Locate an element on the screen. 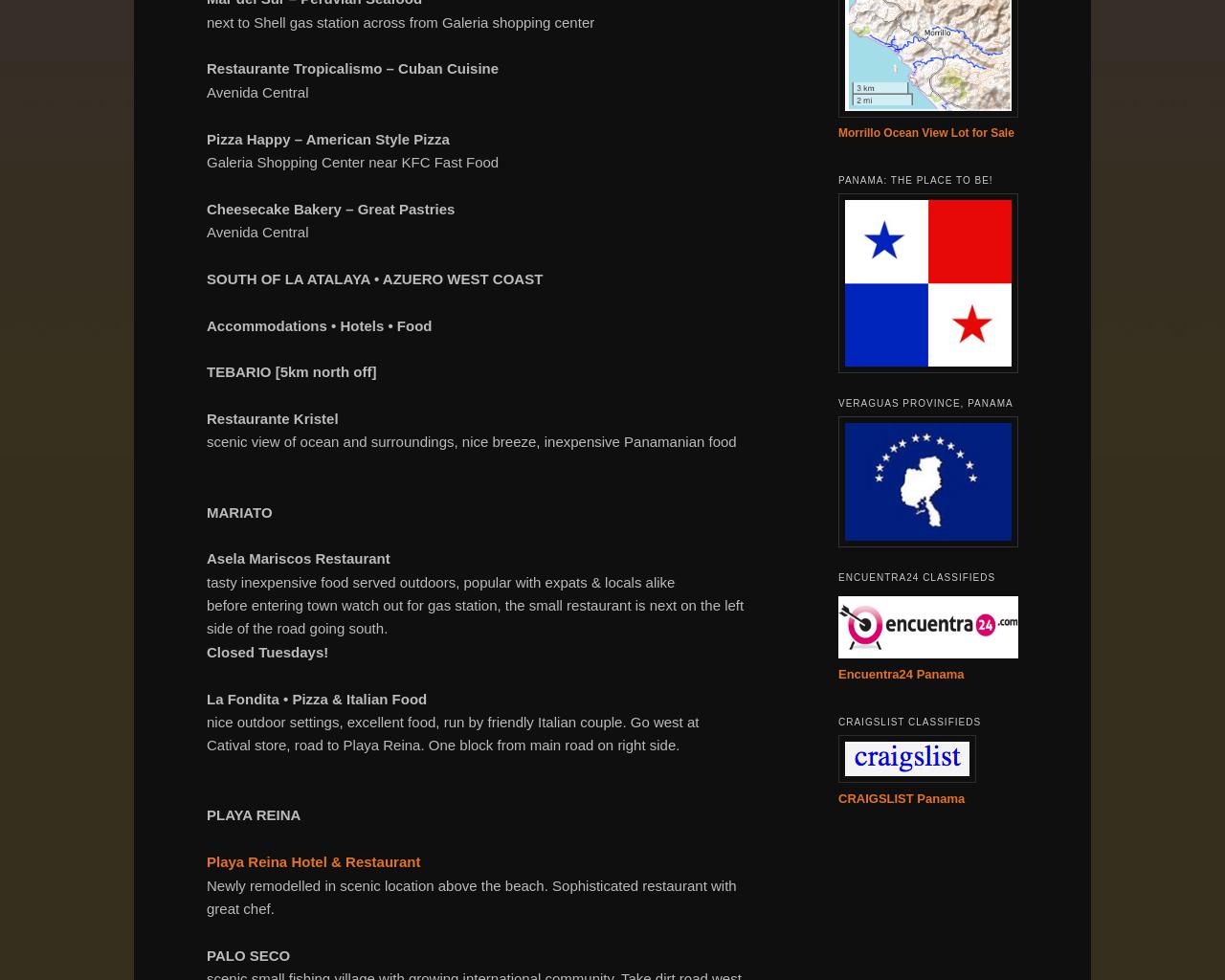  'next to Shell gas station across from Galeria shopping center' is located at coordinates (399, 21).